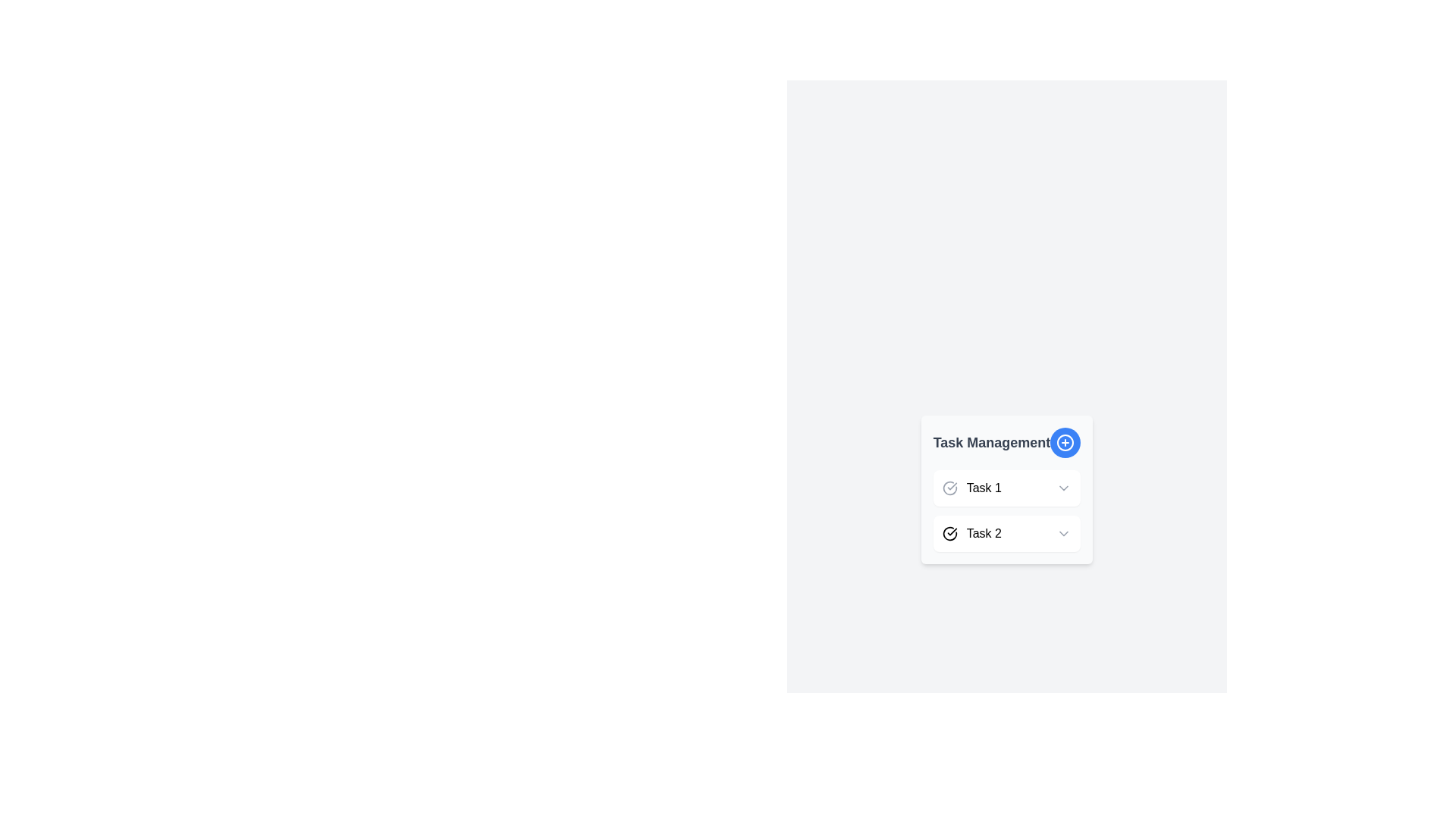  Describe the element at coordinates (1007, 511) in the screenshot. I see `the Task list group located in the central area of the task management panel, directly below the title 'Task Management'` at that location.